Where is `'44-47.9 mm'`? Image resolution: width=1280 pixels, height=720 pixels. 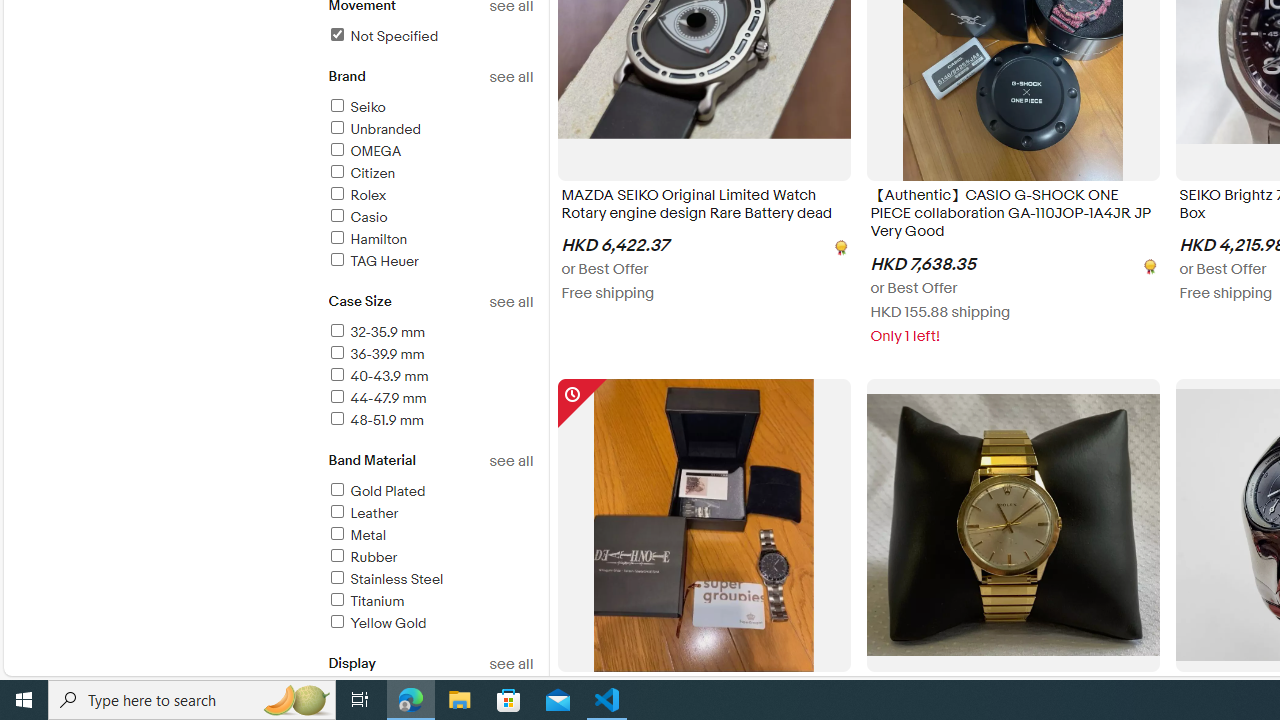 '44-47.9 mm' is located at coordinates (429, 399).